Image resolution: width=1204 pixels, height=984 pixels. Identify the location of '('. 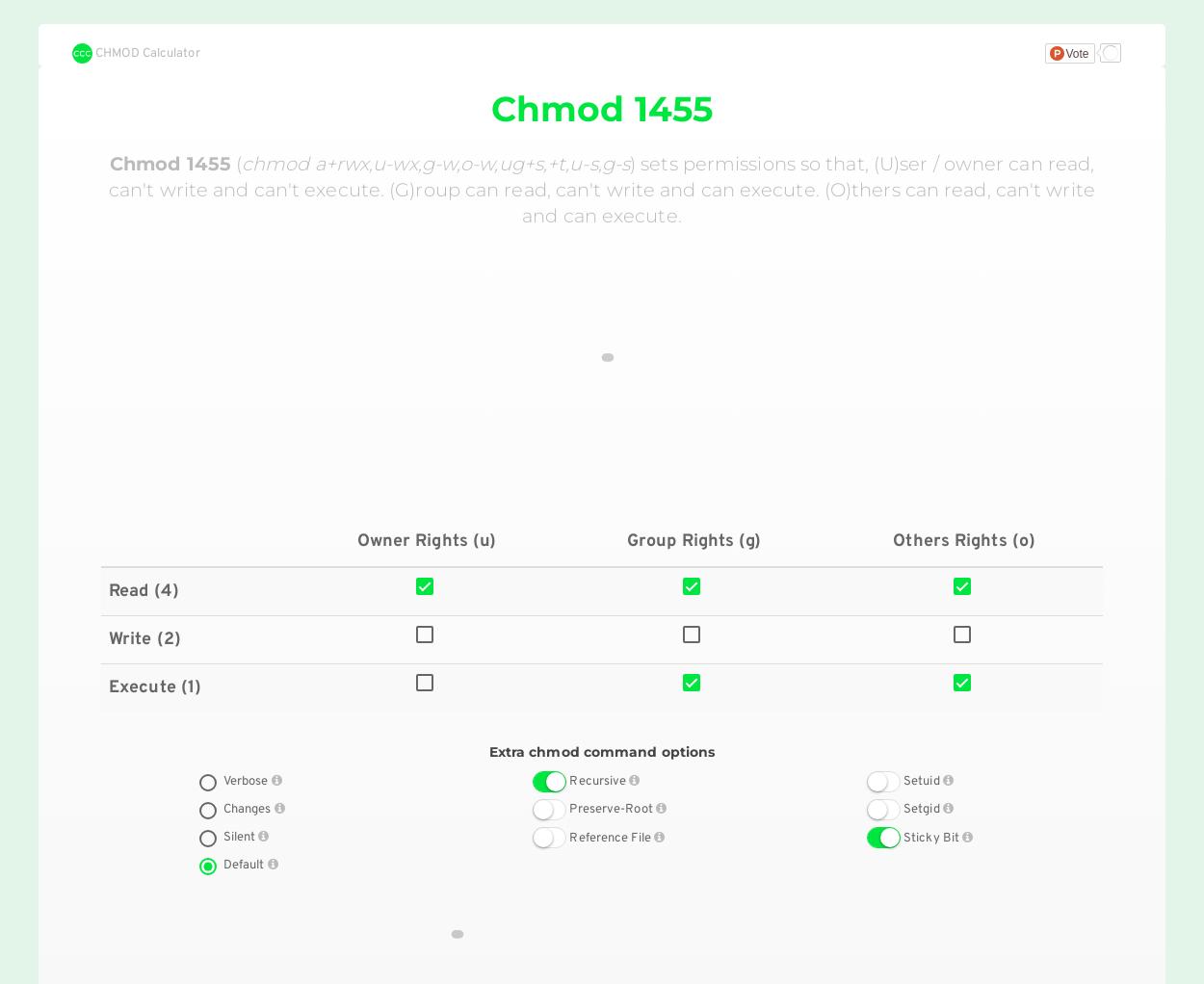
(229, 162).